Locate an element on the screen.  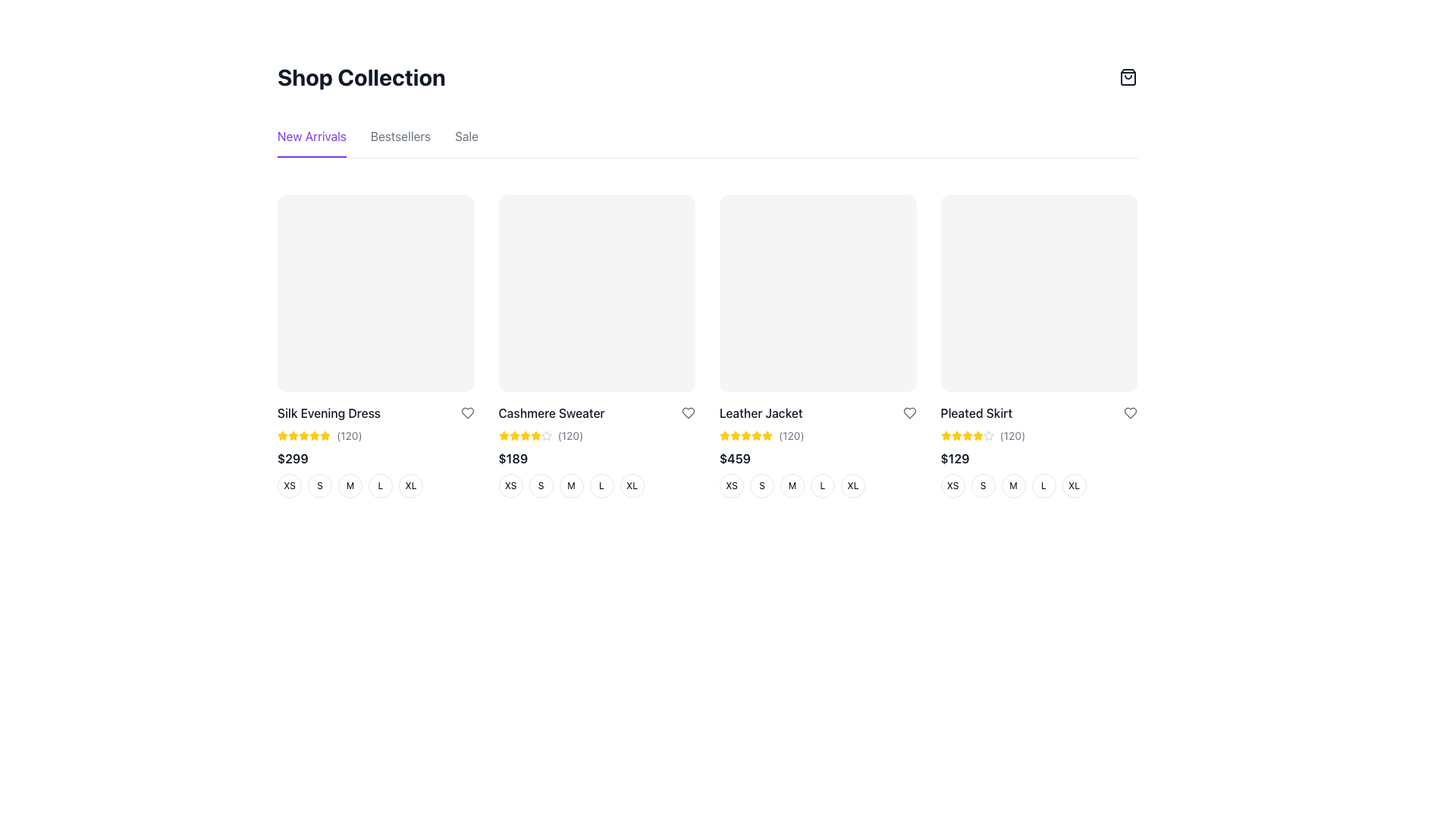
the visual representation of the first star icon in the rating system for the 'Pleated Skirt' product is located at coordinates (945, 435).